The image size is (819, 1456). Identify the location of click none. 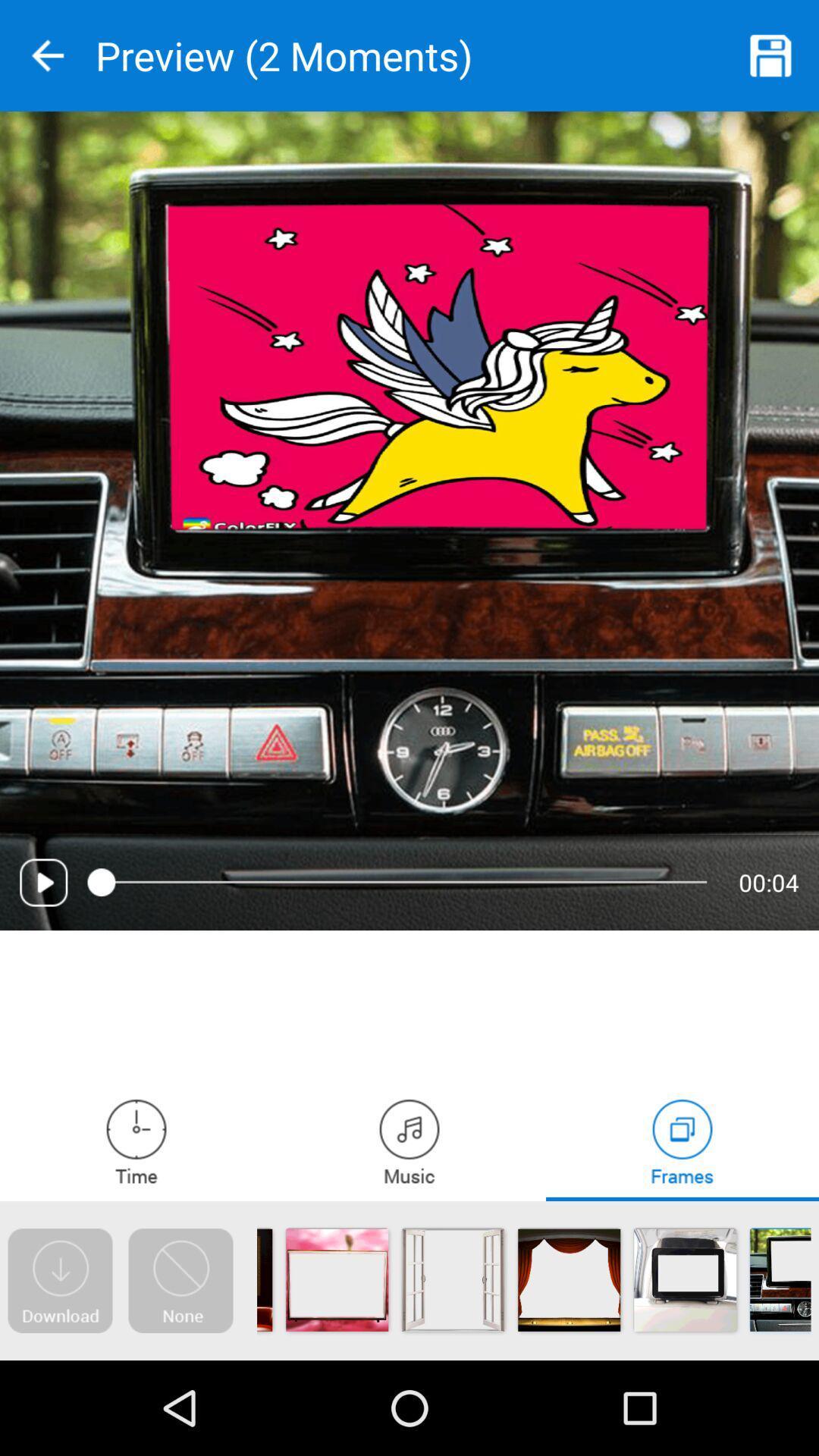
(180, 1280).